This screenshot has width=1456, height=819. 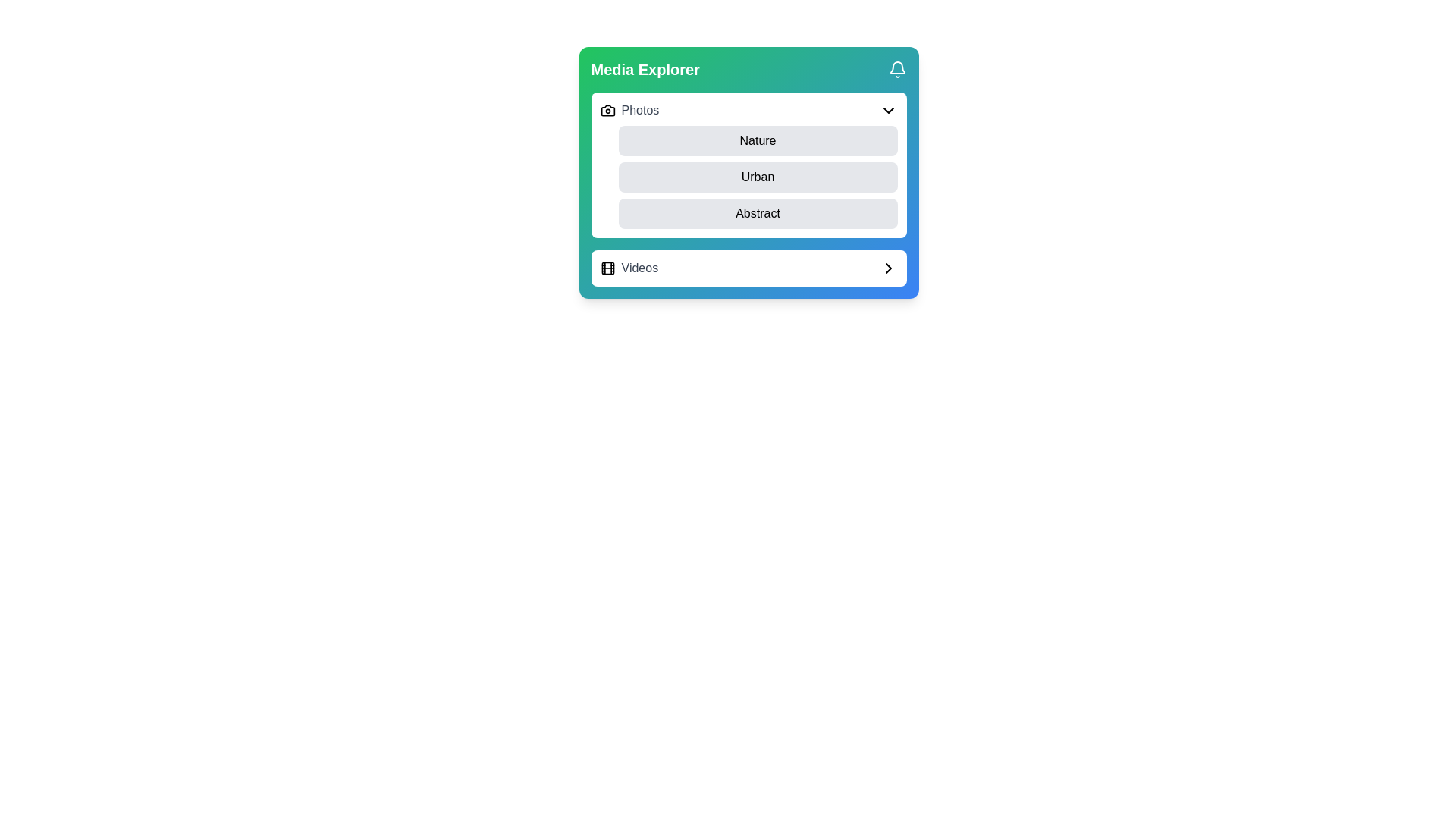 I want to click on the Chevron dropdown toggle icon located on the far-right side of the 'Photos' section header in the 'Media Explorer' panel, so click(x=888, y=110).